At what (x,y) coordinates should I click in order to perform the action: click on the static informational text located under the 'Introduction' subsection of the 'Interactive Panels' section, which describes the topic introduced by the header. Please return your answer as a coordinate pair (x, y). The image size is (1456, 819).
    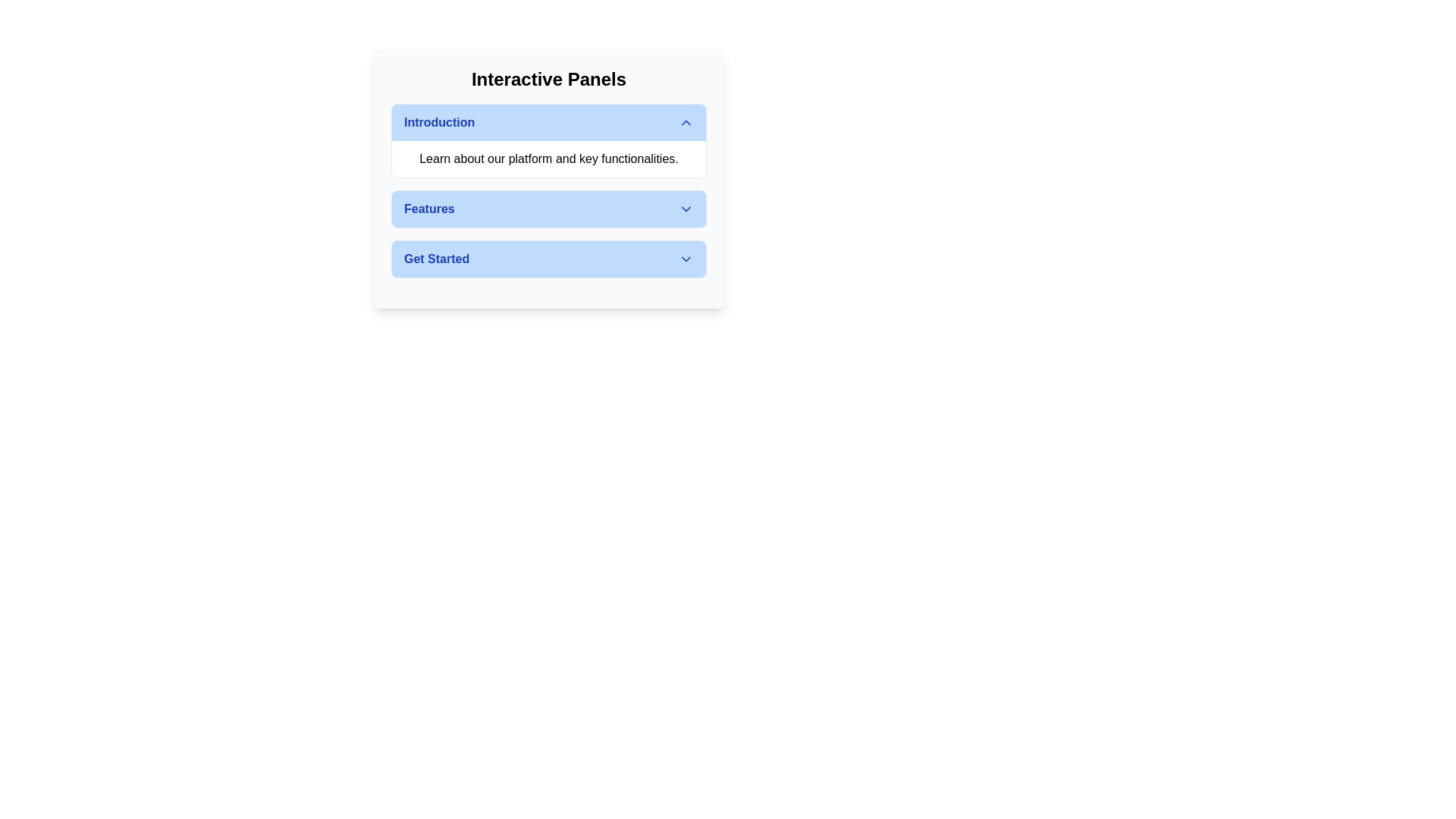
    Looking at the image, I should click on (548, 158).